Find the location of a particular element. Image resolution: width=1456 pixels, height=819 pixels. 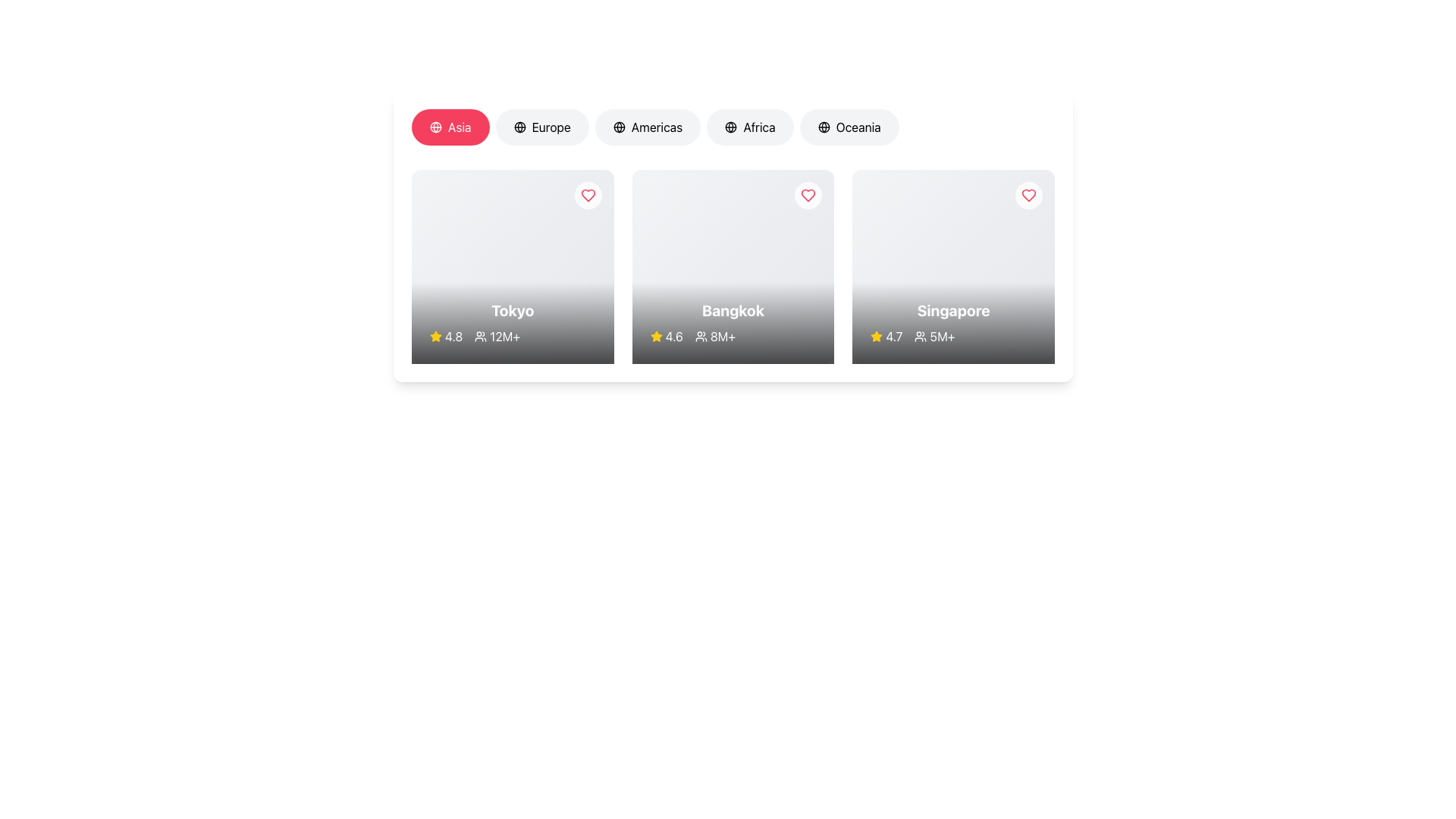

the icon depicting two user silhouettes, which is styled with a rounded outline and colored white, located to the left of the '12M+' text within the first card of the horizontal card layout is located at coordinates (480, 335).